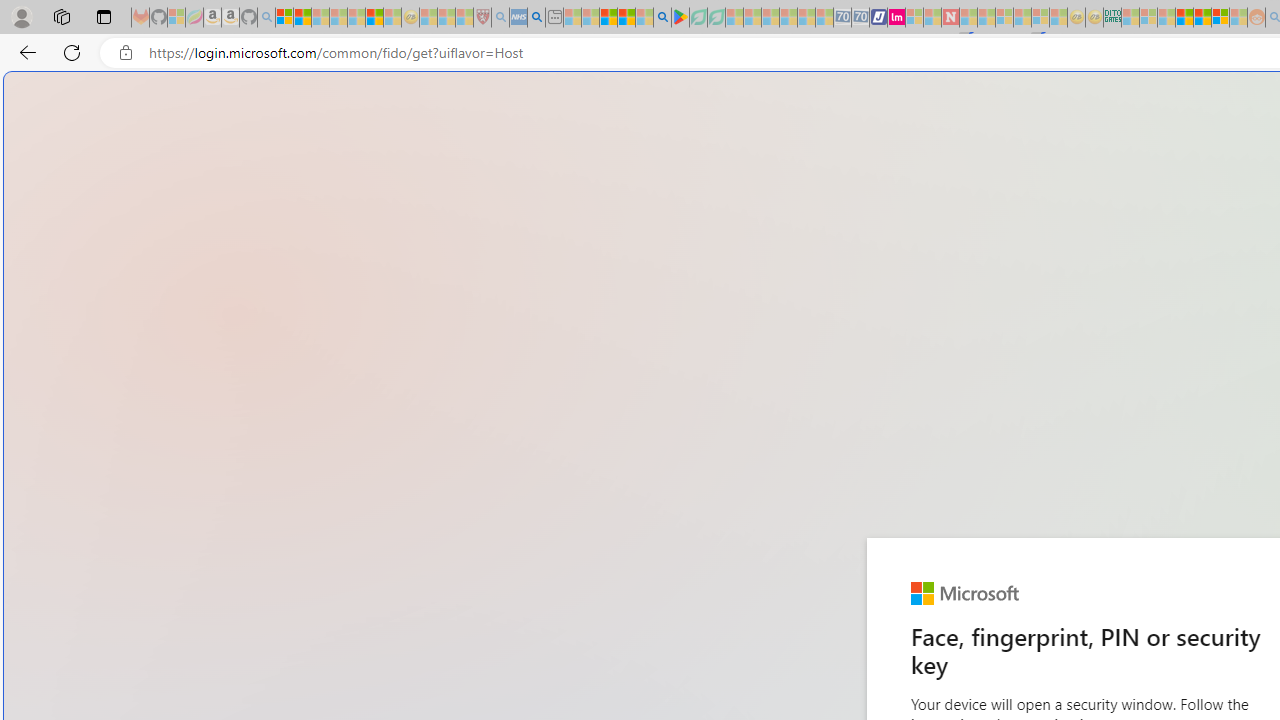 Image resolution: width=1280 pixels, height=720 pixels. I want to click on 'Latest Politics News & Archive | Newsweek.com - Sleeping', so click(949, 17).